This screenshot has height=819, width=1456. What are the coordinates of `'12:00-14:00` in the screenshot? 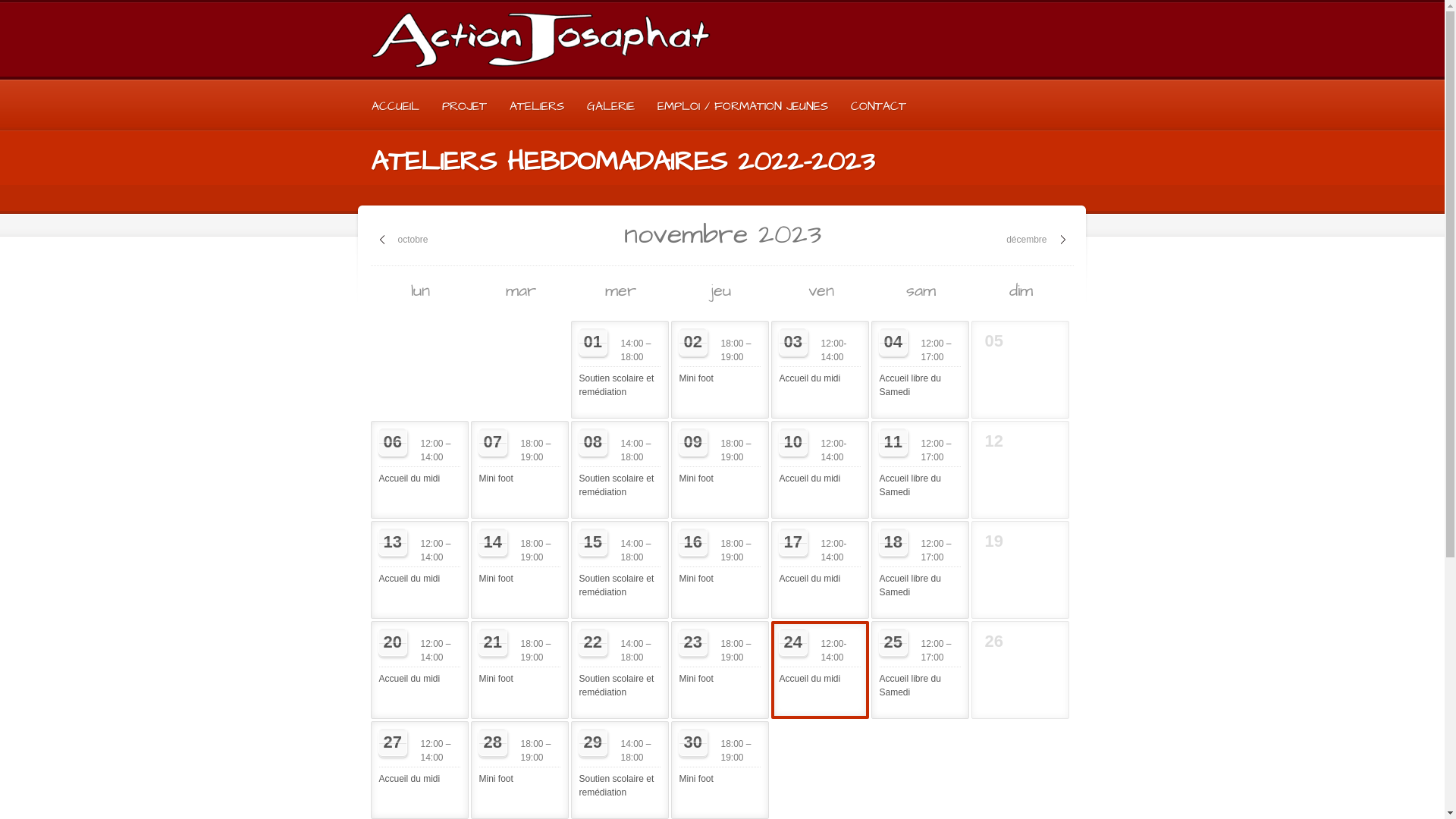 It's located at (819, 356).